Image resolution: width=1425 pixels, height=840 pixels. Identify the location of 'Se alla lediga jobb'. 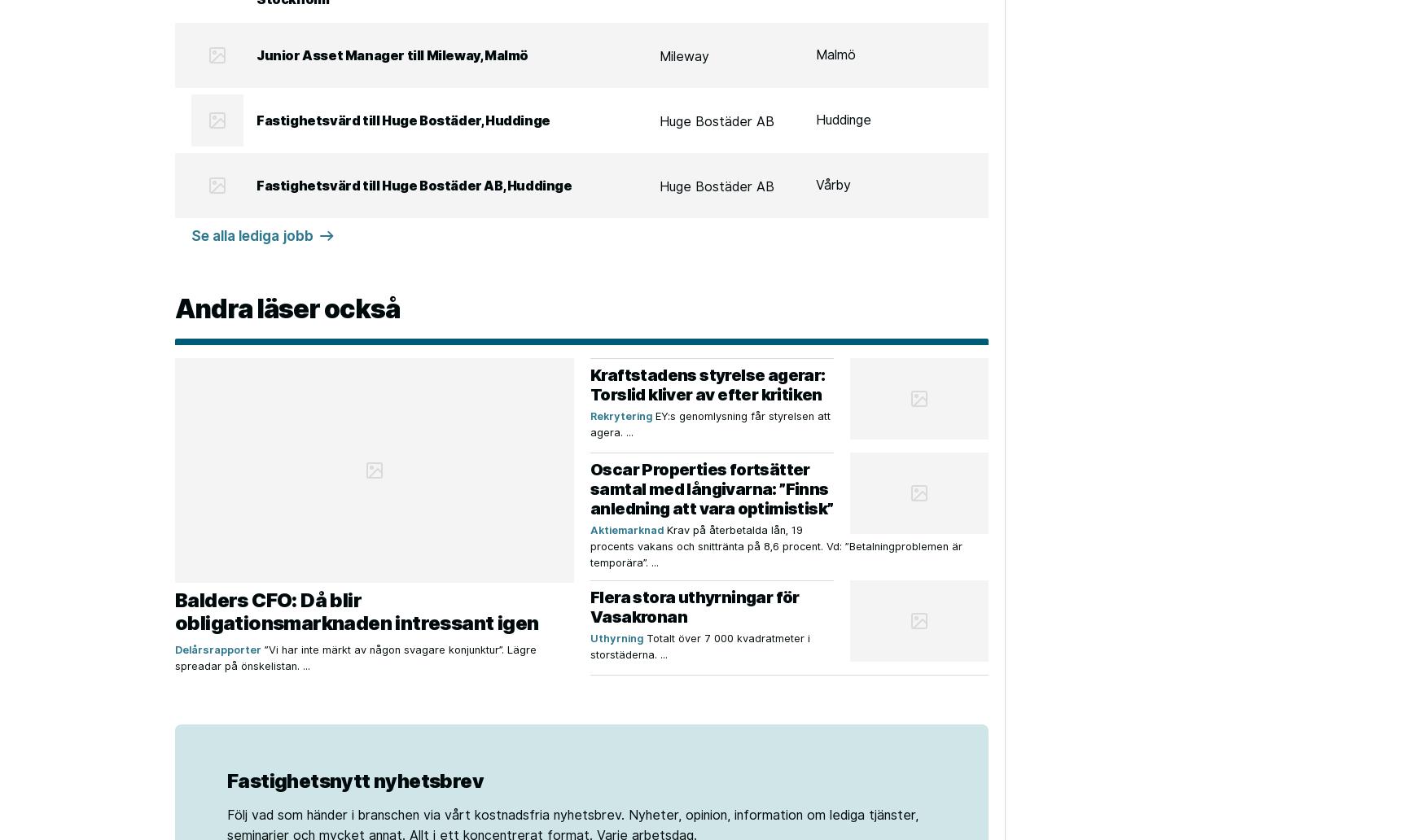
(191, 235).